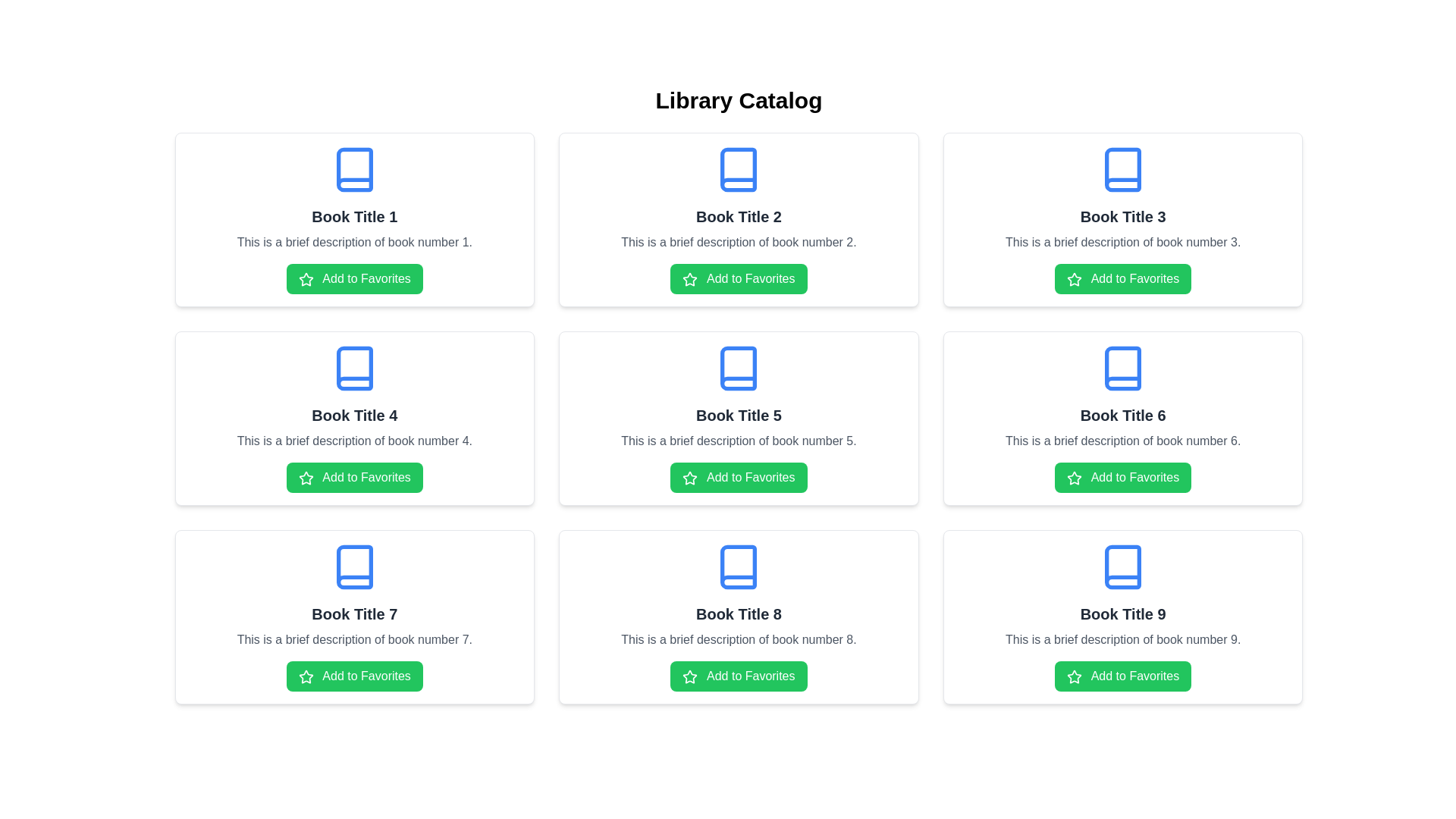  Describe the element at coordinates (739, 369) in the screenshot. I see `the icon resembling a book, which is part of the card labeled 'Book Title 5', positioned in the top-center area of the card, directly under the title text` at that location.